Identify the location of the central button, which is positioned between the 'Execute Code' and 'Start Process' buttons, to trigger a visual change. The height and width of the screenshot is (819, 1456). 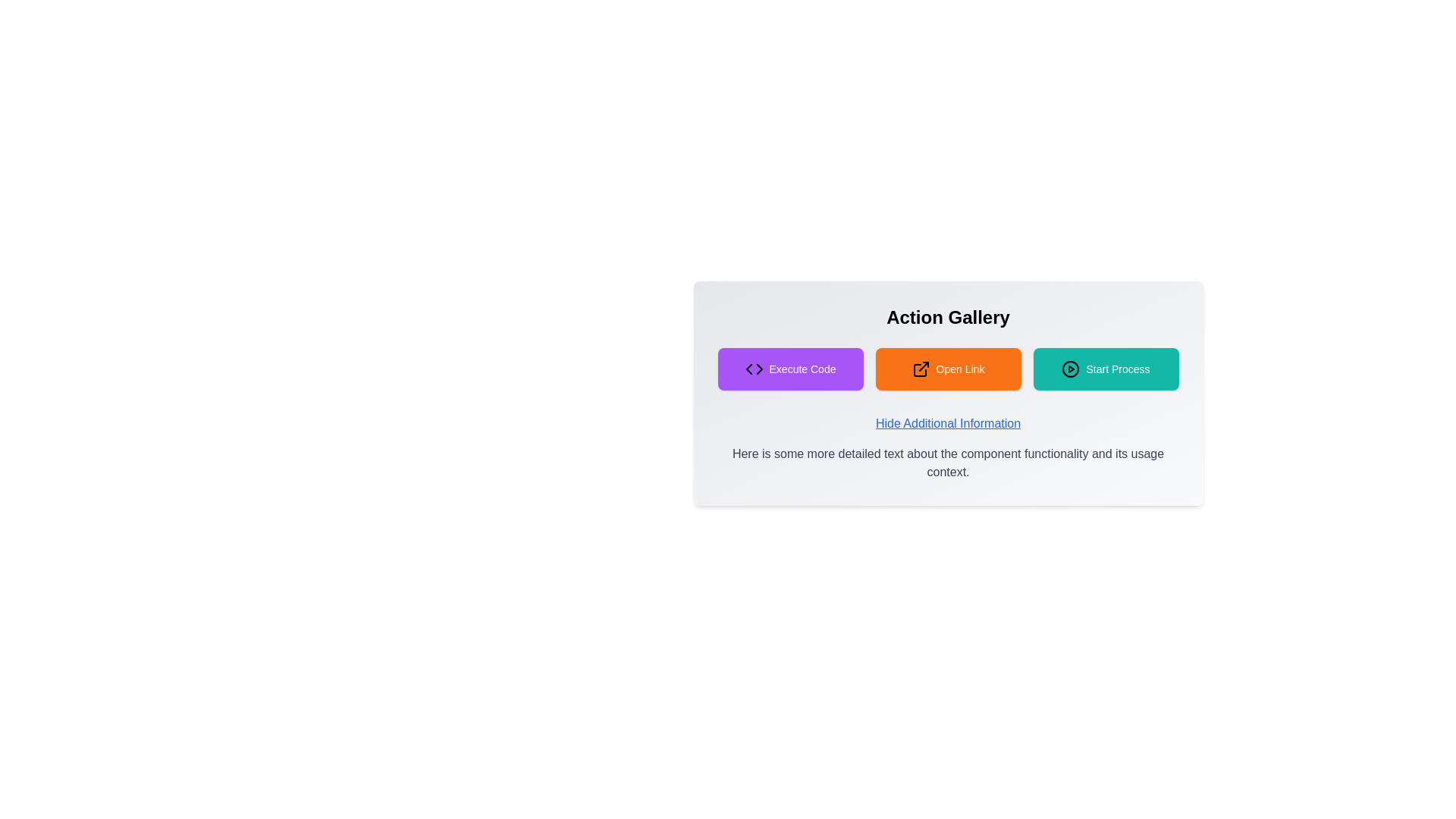
(947, 369).